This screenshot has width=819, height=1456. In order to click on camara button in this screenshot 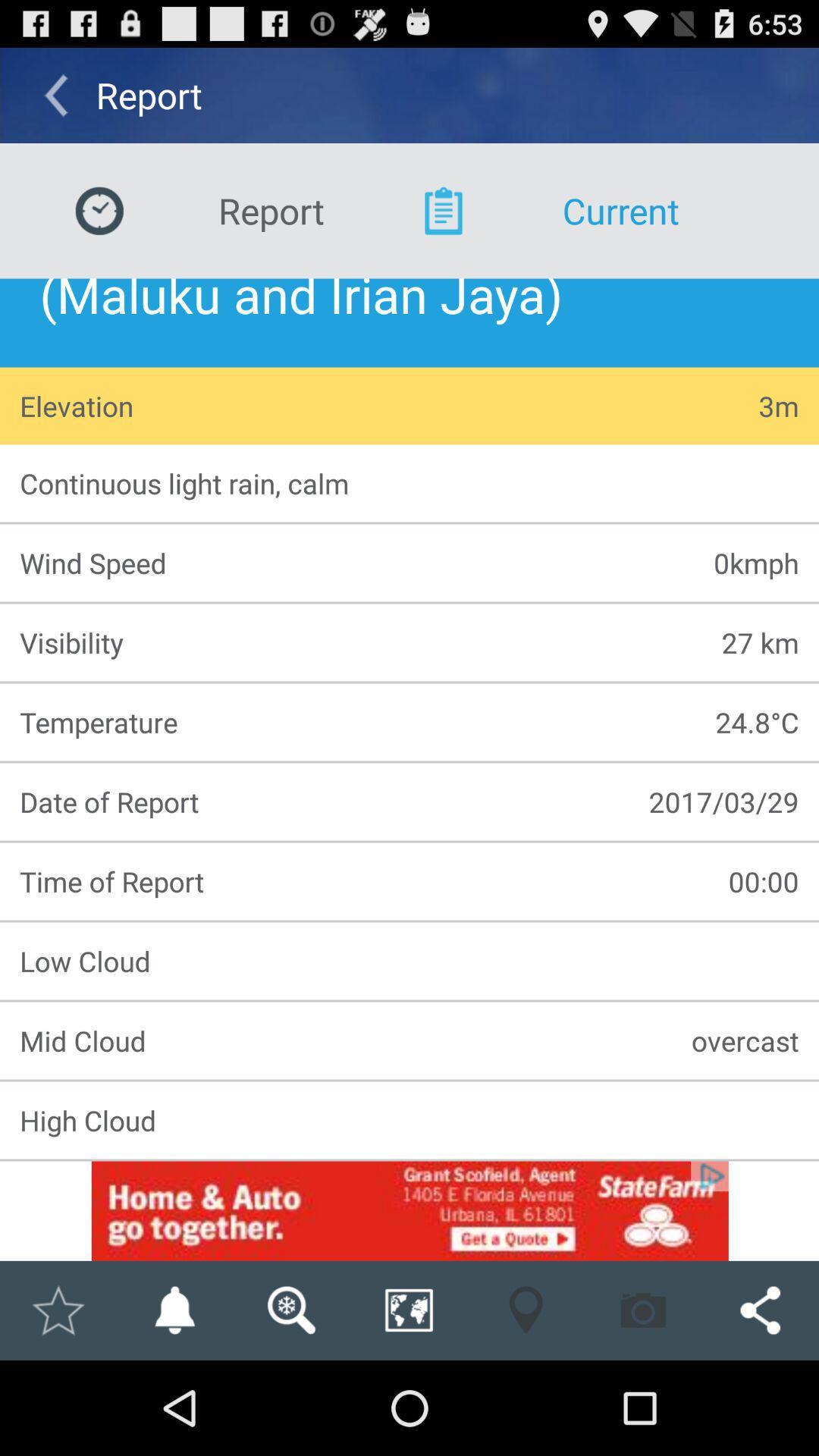, I will do `click(643, 1310)`.